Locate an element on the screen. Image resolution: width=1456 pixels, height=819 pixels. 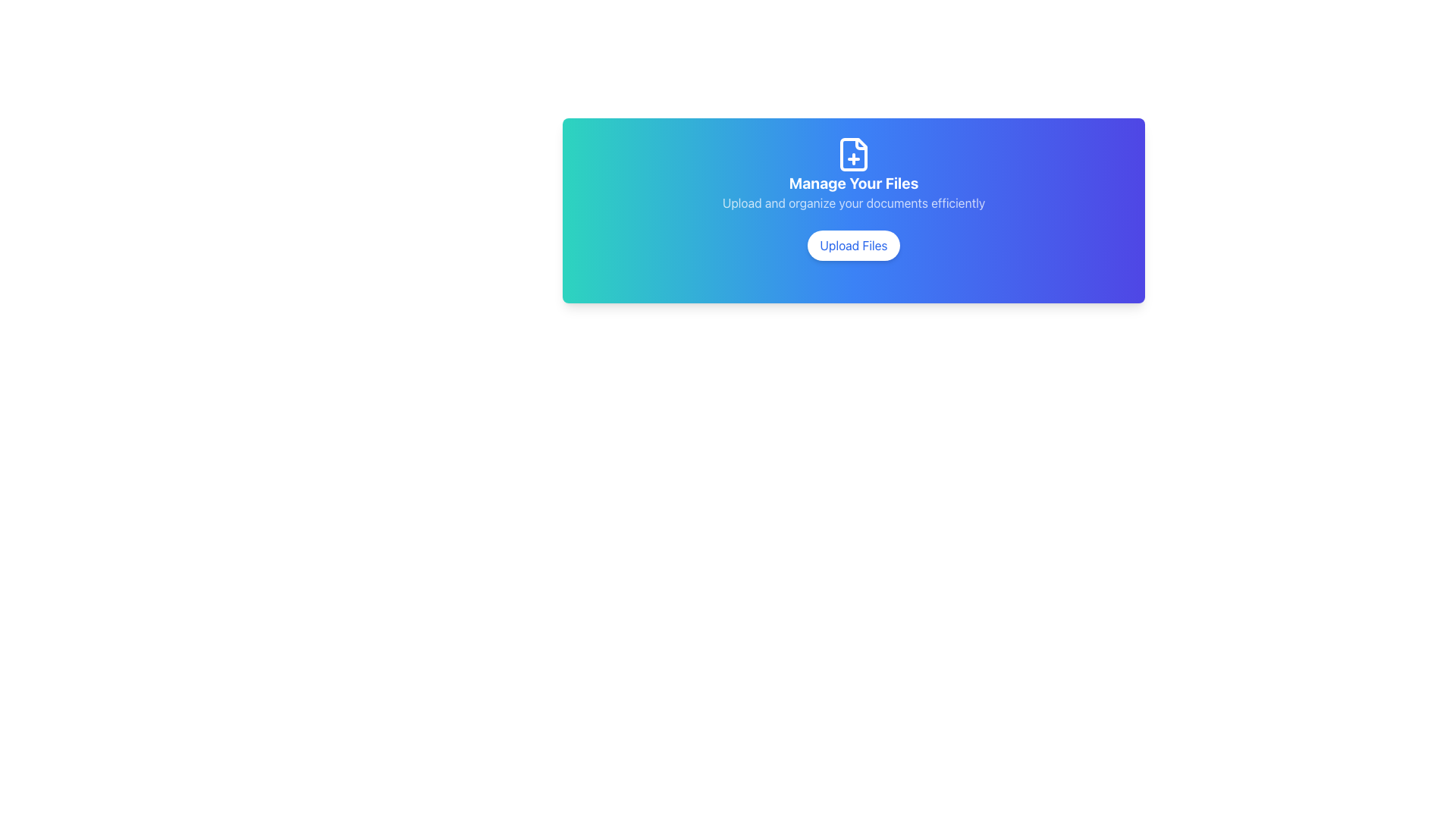
the document icon with a plus symbol, which is a square-shaped element centered above the text 'Manage Your Files' is located at coordinates (854, 155).